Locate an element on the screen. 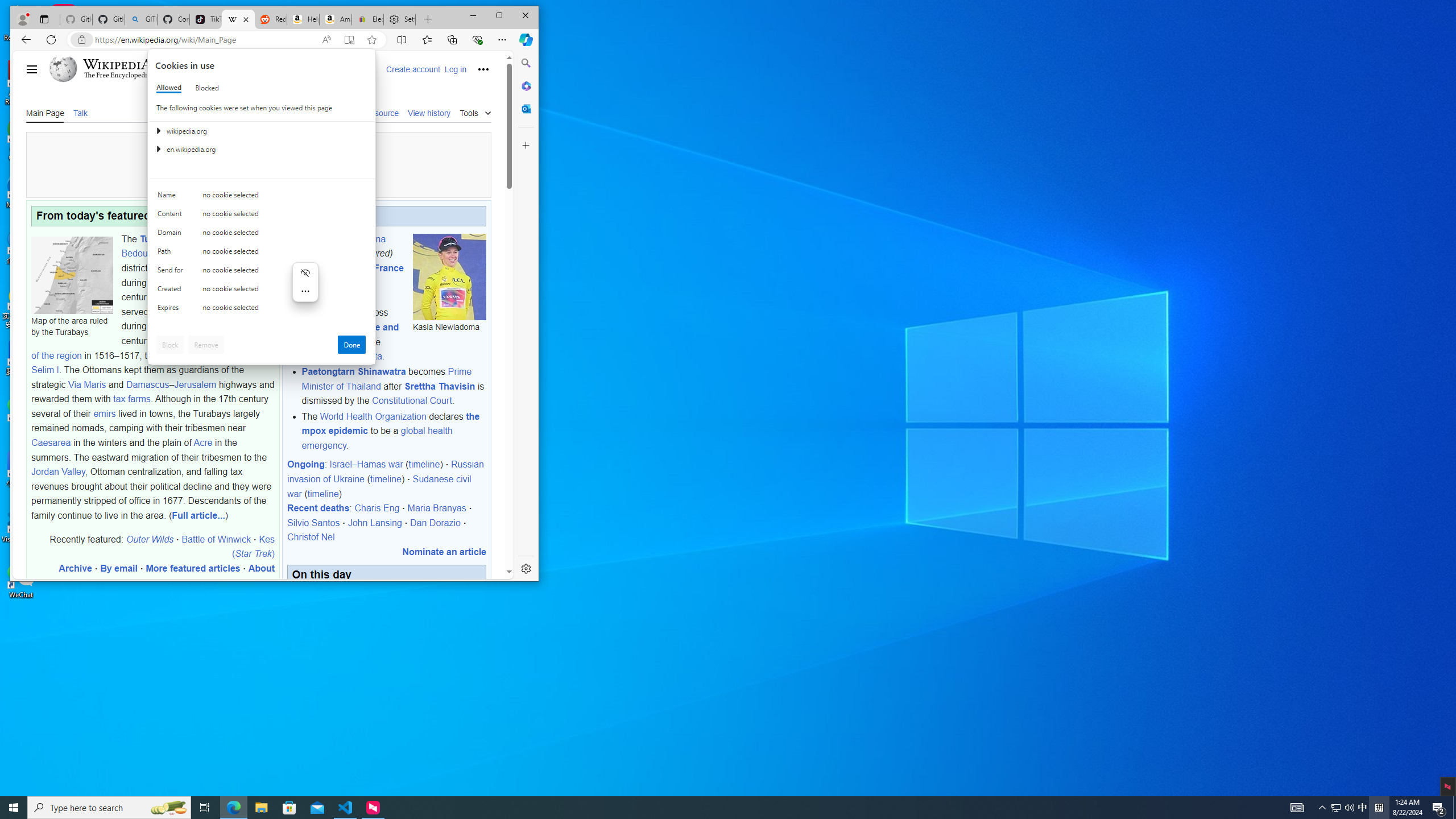 The width and height of the screenshot is (1456, 819). 'Start' is located at coordinates (14, 806).